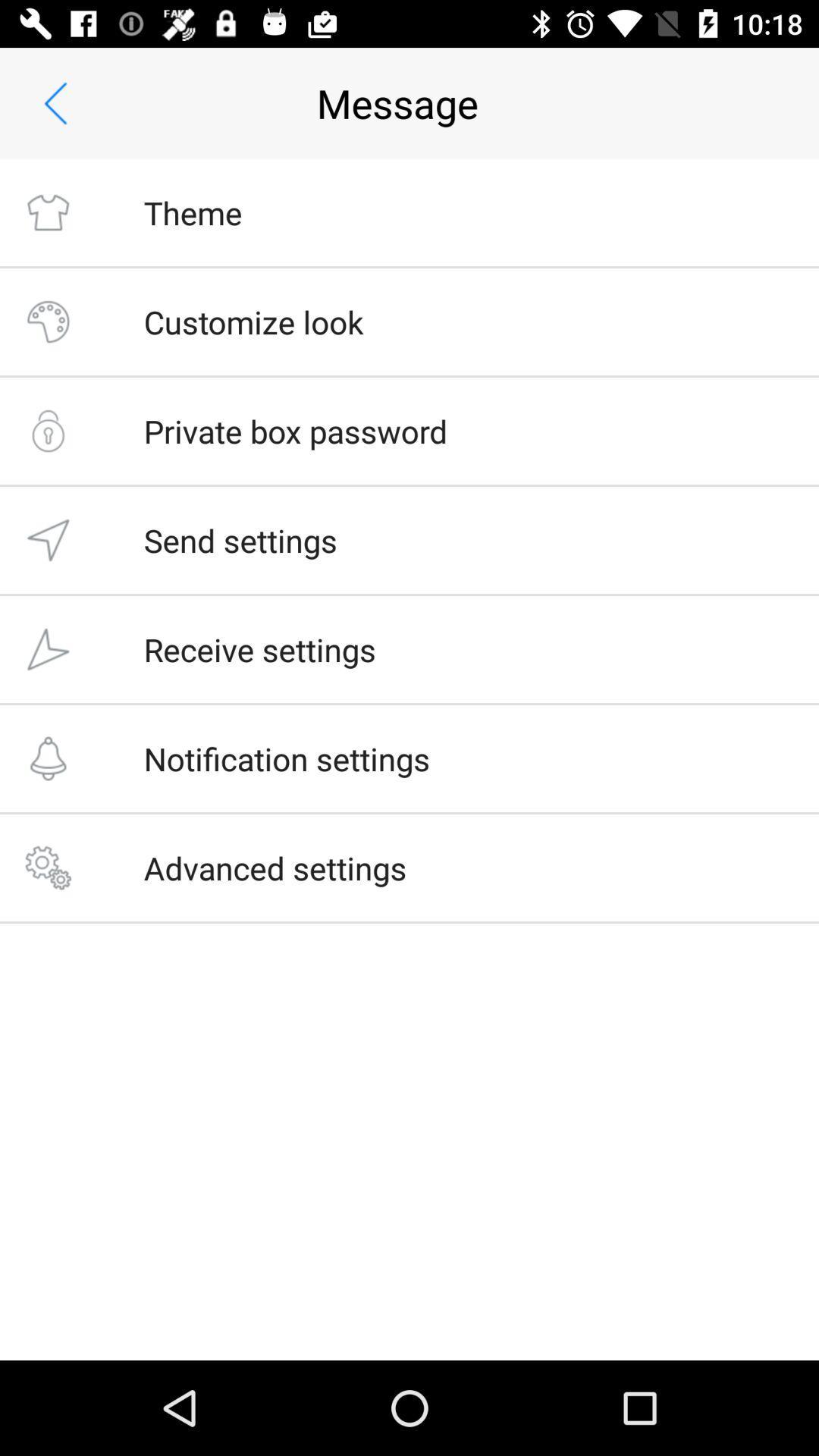 This screenshot has width=819, height=1456. What do you see at coordinates (47, 321) in the screenshot?
I see `on second icon from the top` at bounding box center [47, 321].